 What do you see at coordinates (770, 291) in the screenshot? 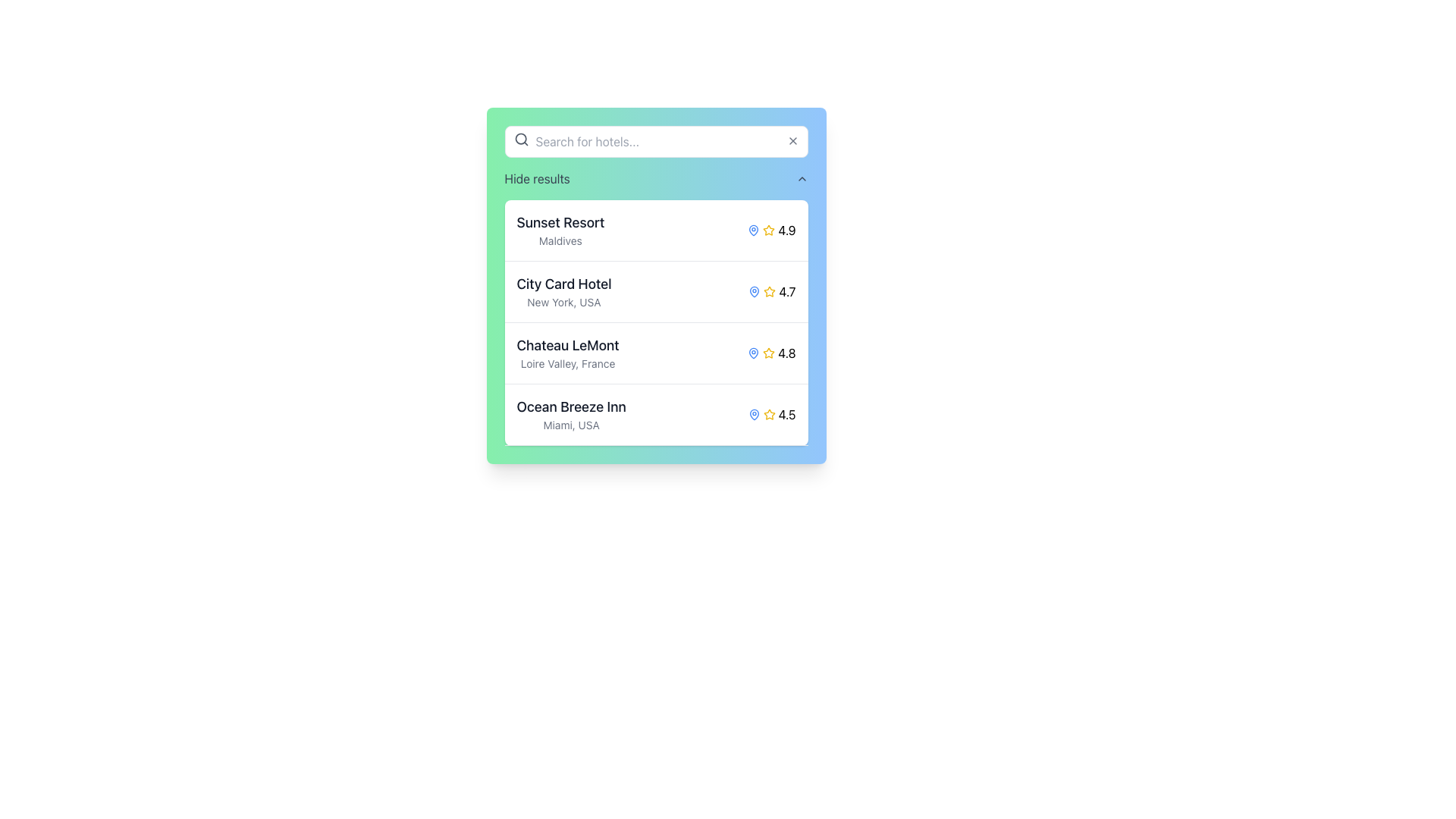
I see `the star icon representing the rating for 'City Card Hotel' in the hotel listing interface, located in the second row adjacent to the rating '4.7'` at bounding box center [770, 291].